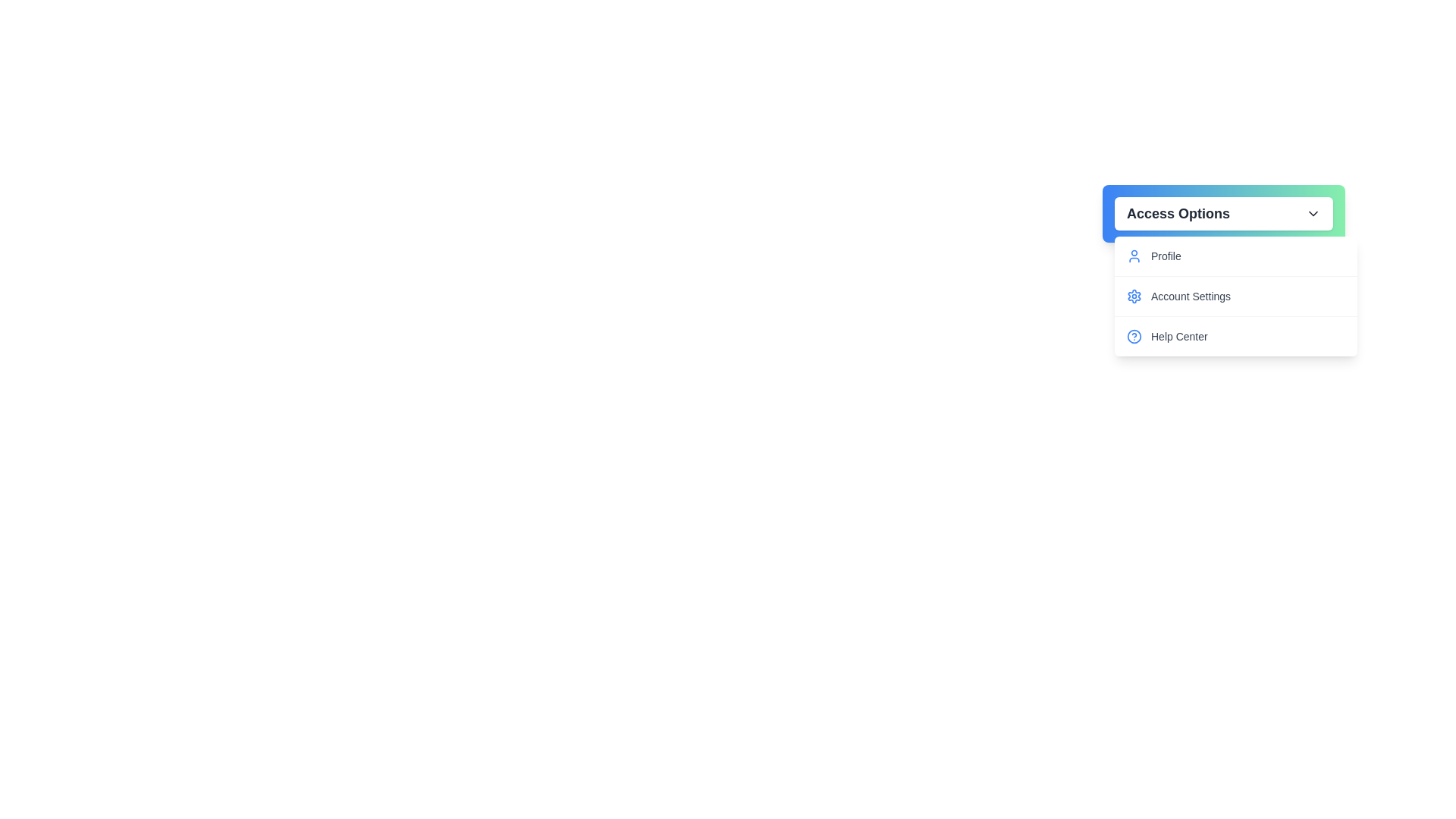 Image resolution: width=1456 pixels, height=819 pixels. What do you see at coordinates (1190, 296) in the screenshot?
I see `the 'Account Settings' label within the dropdown menu, which is positioned below 'Profile' and above 'Help Center'` at bounding box center [1190, 296].